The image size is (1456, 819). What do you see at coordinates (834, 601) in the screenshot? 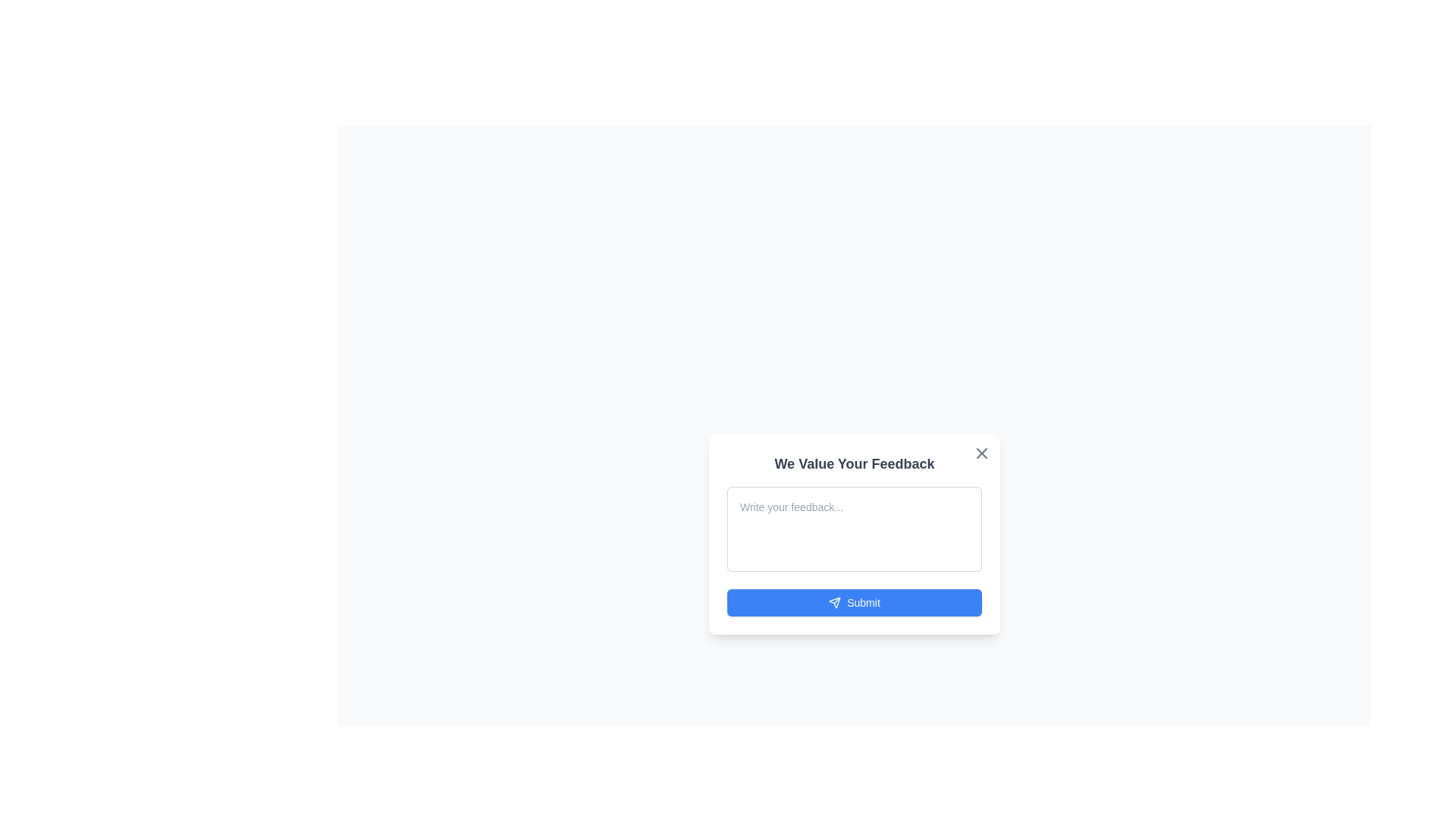
I see `the SVG icon resembling a send action within the 'Submit' button located at the bottom center of the feedback modal dialog` at bounding box center [834, 601].